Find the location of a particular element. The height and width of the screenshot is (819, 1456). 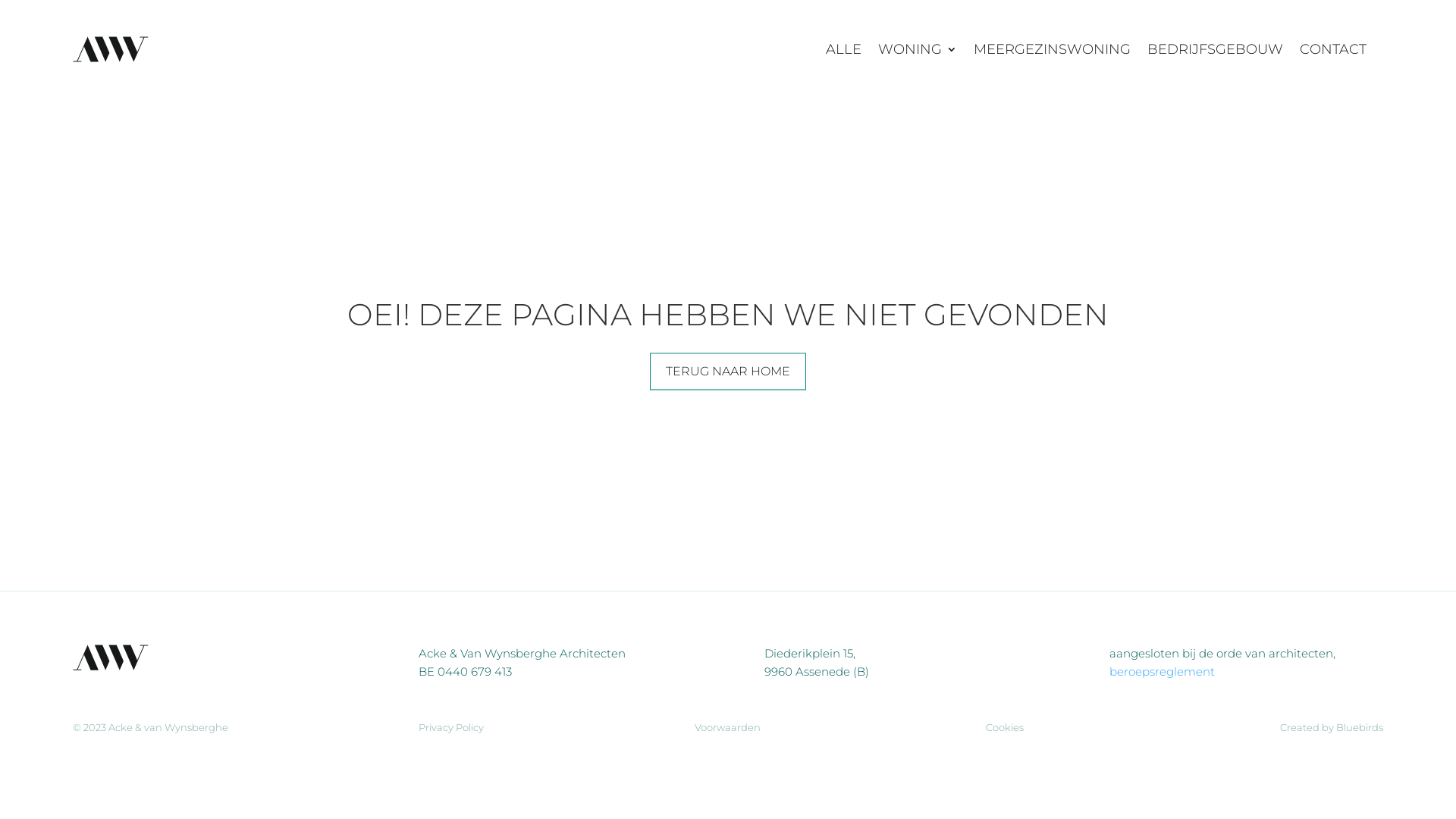

'WONING' is located at coordinates (916, 49).